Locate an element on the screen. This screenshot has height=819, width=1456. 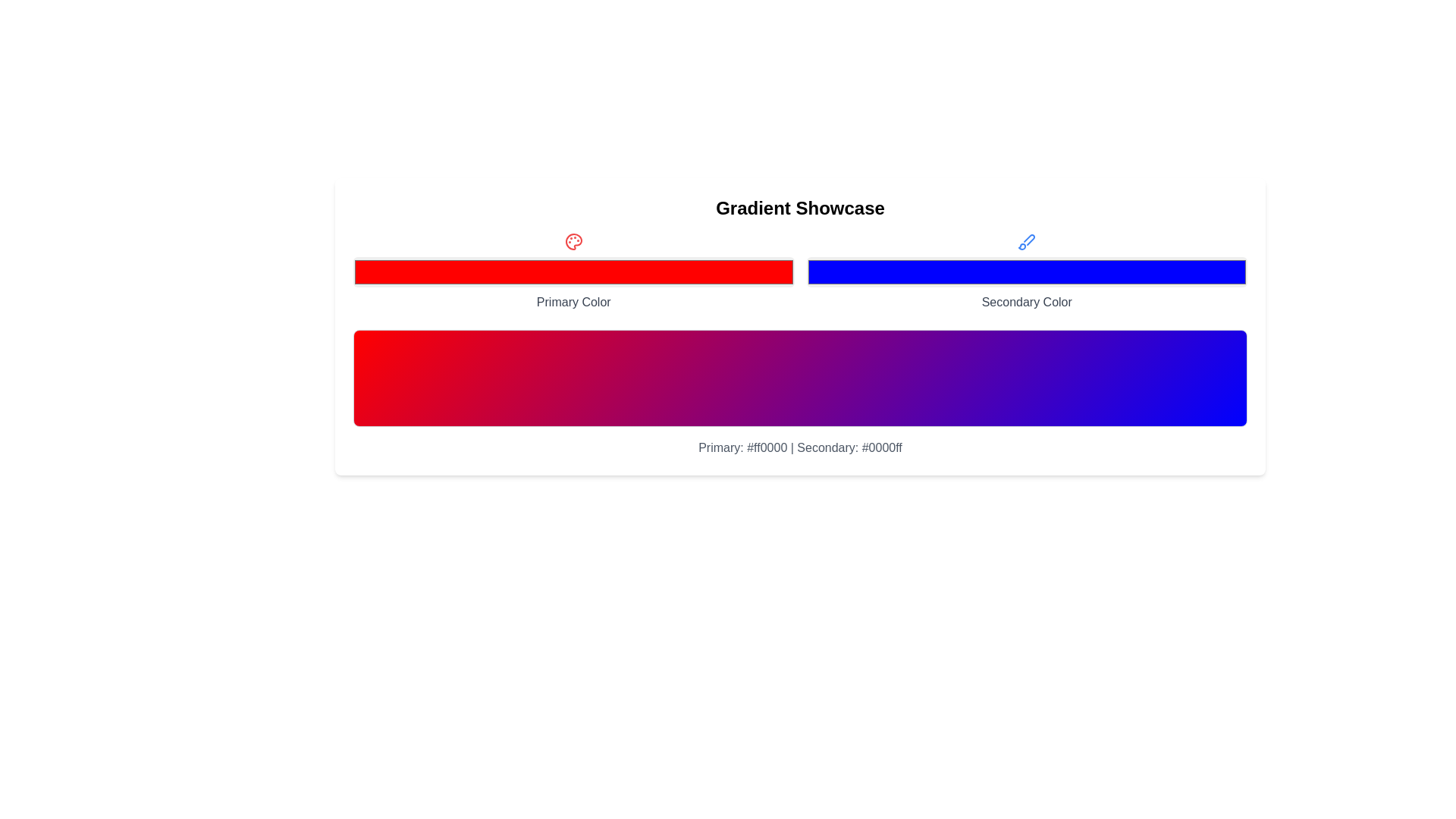
text of the heading element that serves as the title or overview for the section, positioned above the 'Primary Color' and 'Secondary Color' labels is located at coordinates (799, 208).